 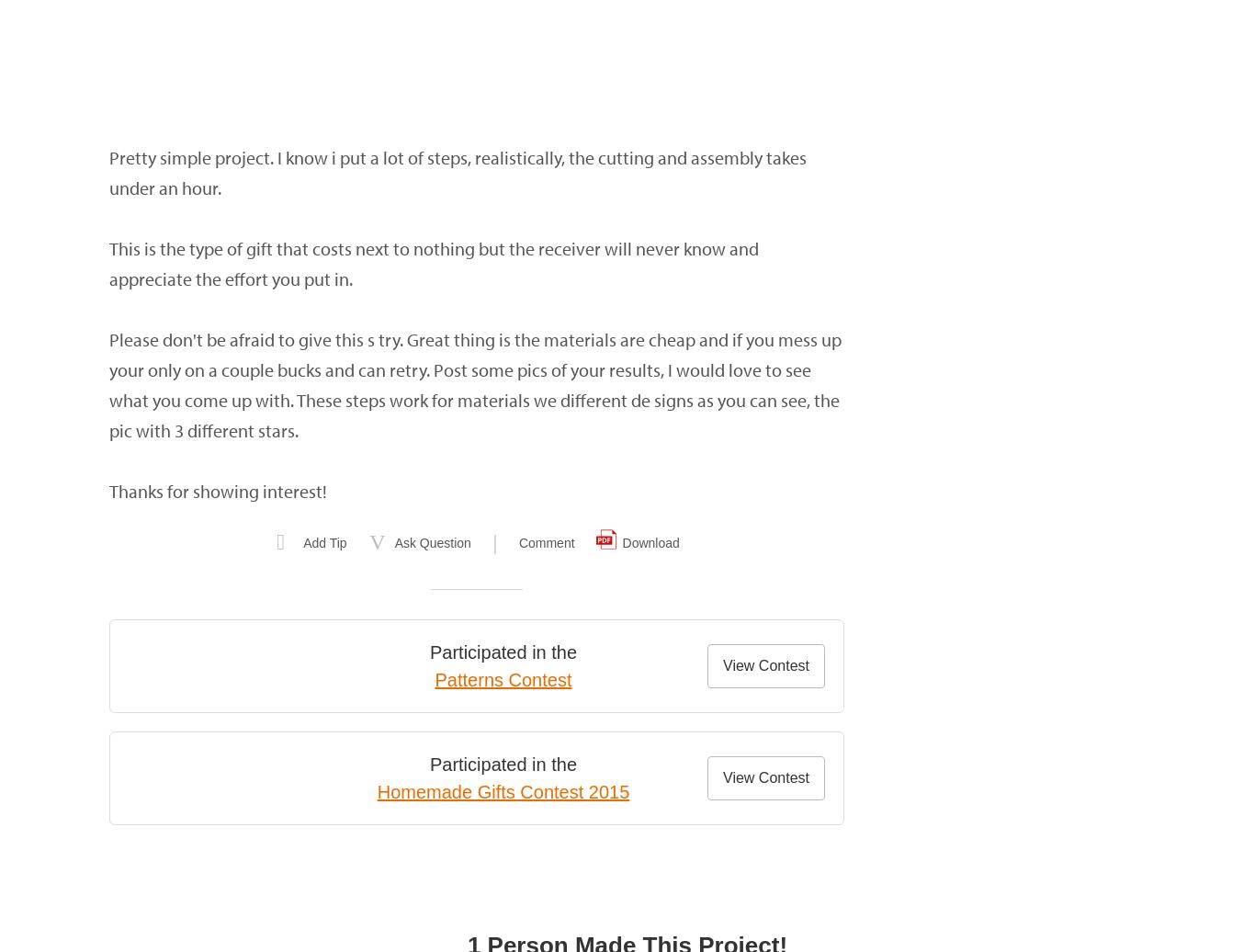 I want to click on 'Patterns Contest', so click(x=503, y=680).